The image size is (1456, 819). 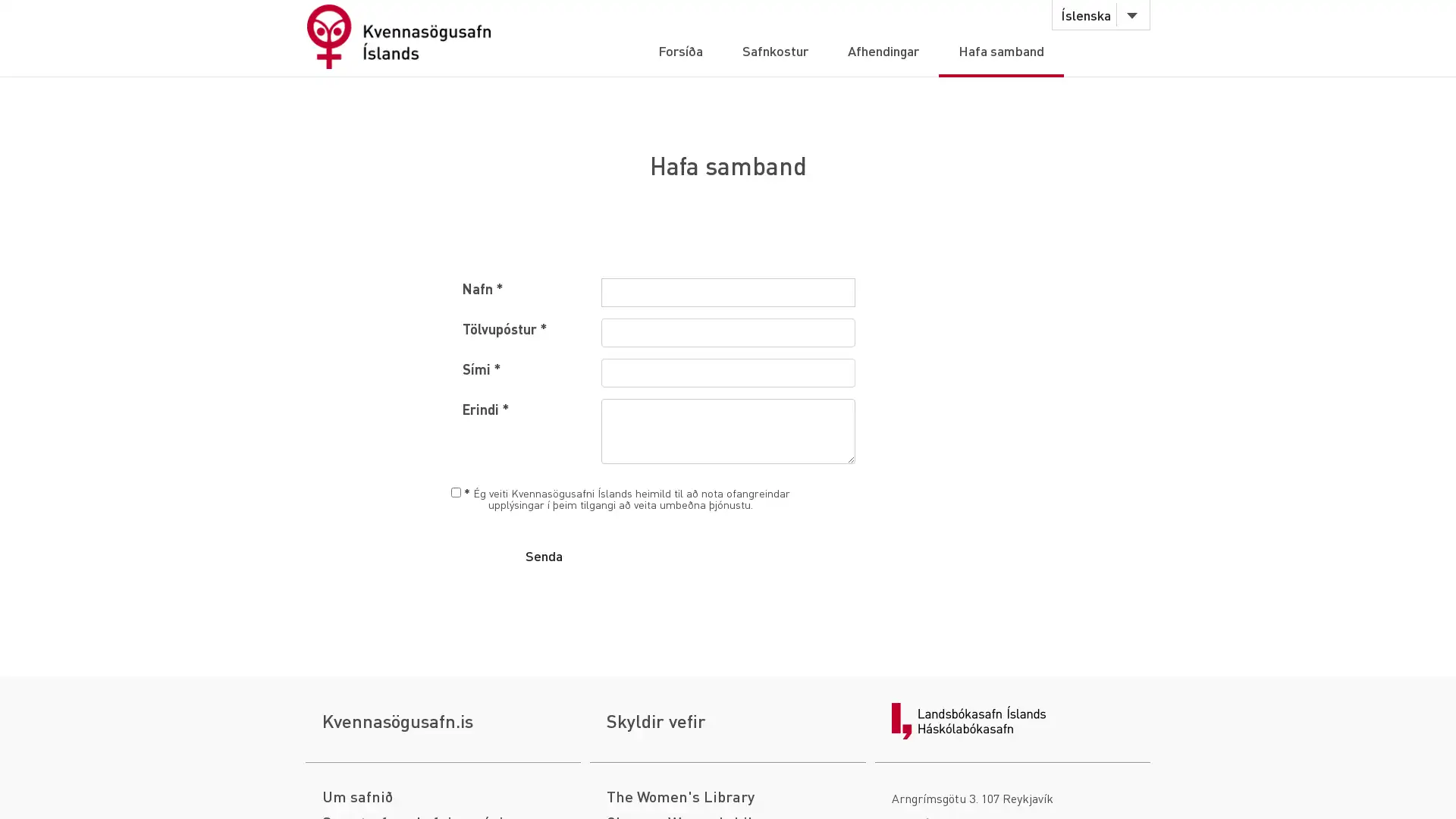 What do you see at coordinates (543, 555) in the screenshot?
I see `Senda` at bounding box center [543, 555].